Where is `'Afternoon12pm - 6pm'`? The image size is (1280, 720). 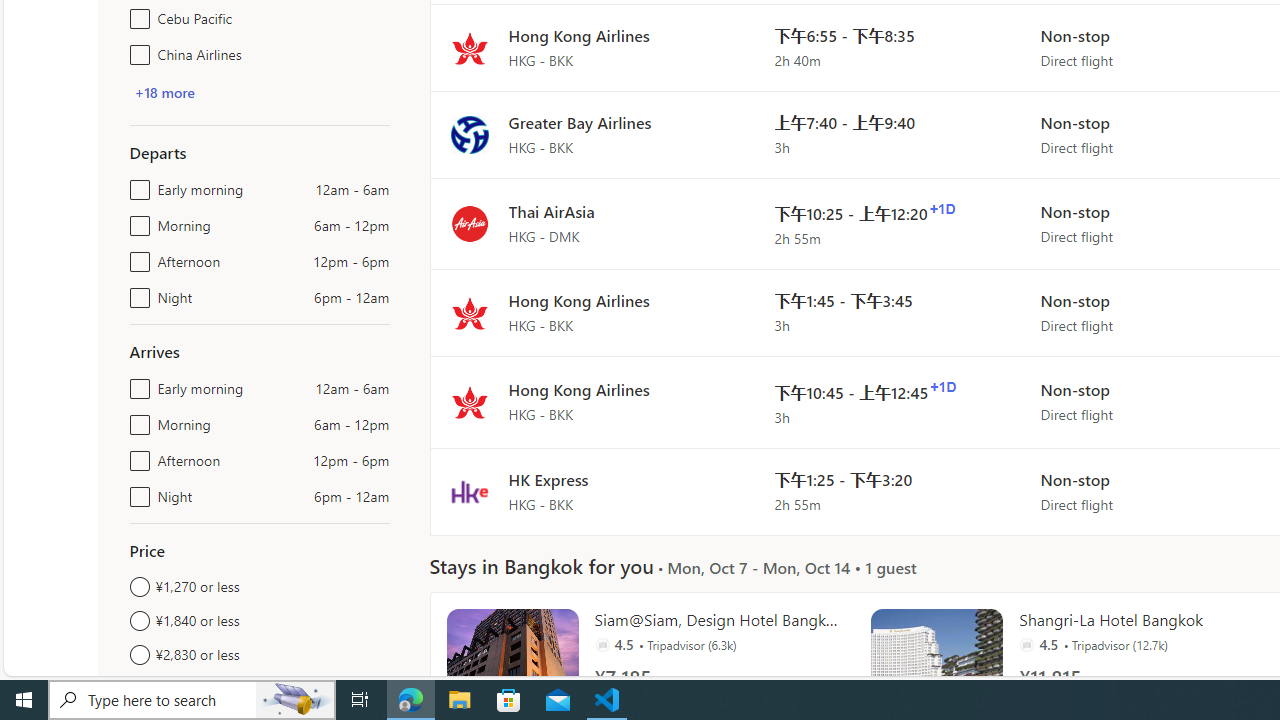 'Afternoon12pm - 6pm' is located at coordinates (135, 456).